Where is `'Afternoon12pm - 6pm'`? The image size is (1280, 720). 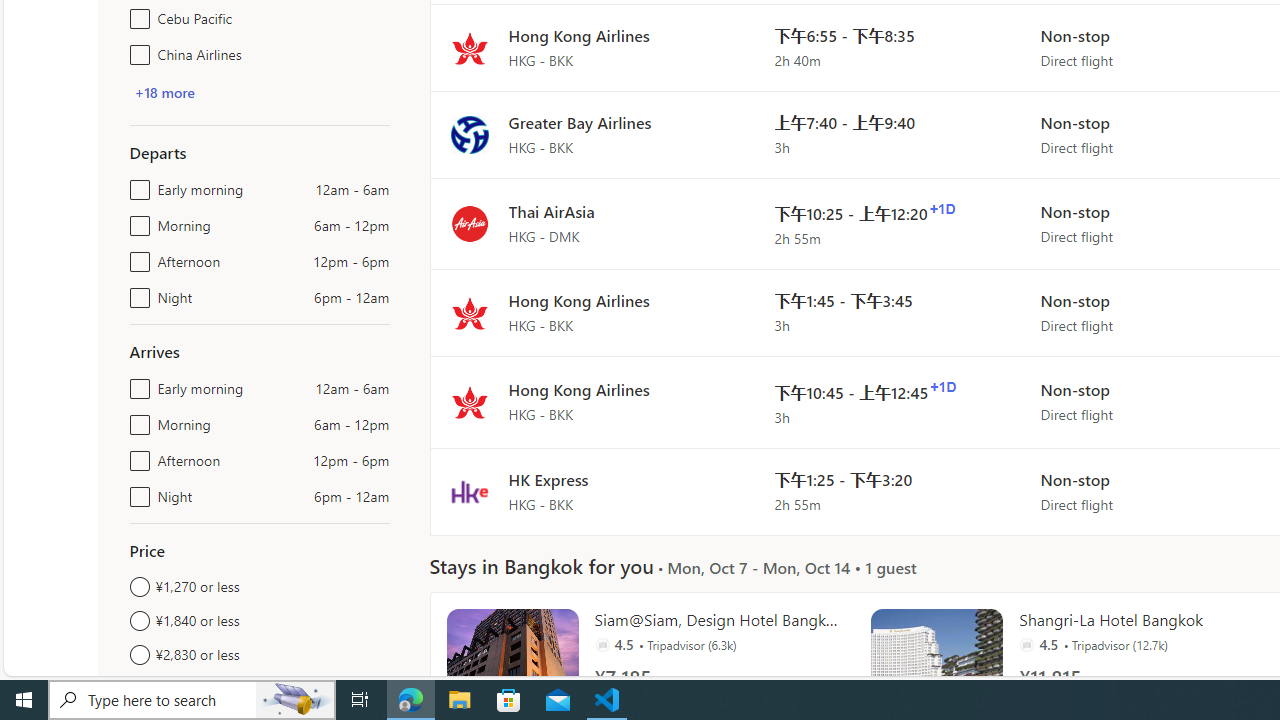 'Afternoon12pm - 6pm' is located at coordinates (135, 456).